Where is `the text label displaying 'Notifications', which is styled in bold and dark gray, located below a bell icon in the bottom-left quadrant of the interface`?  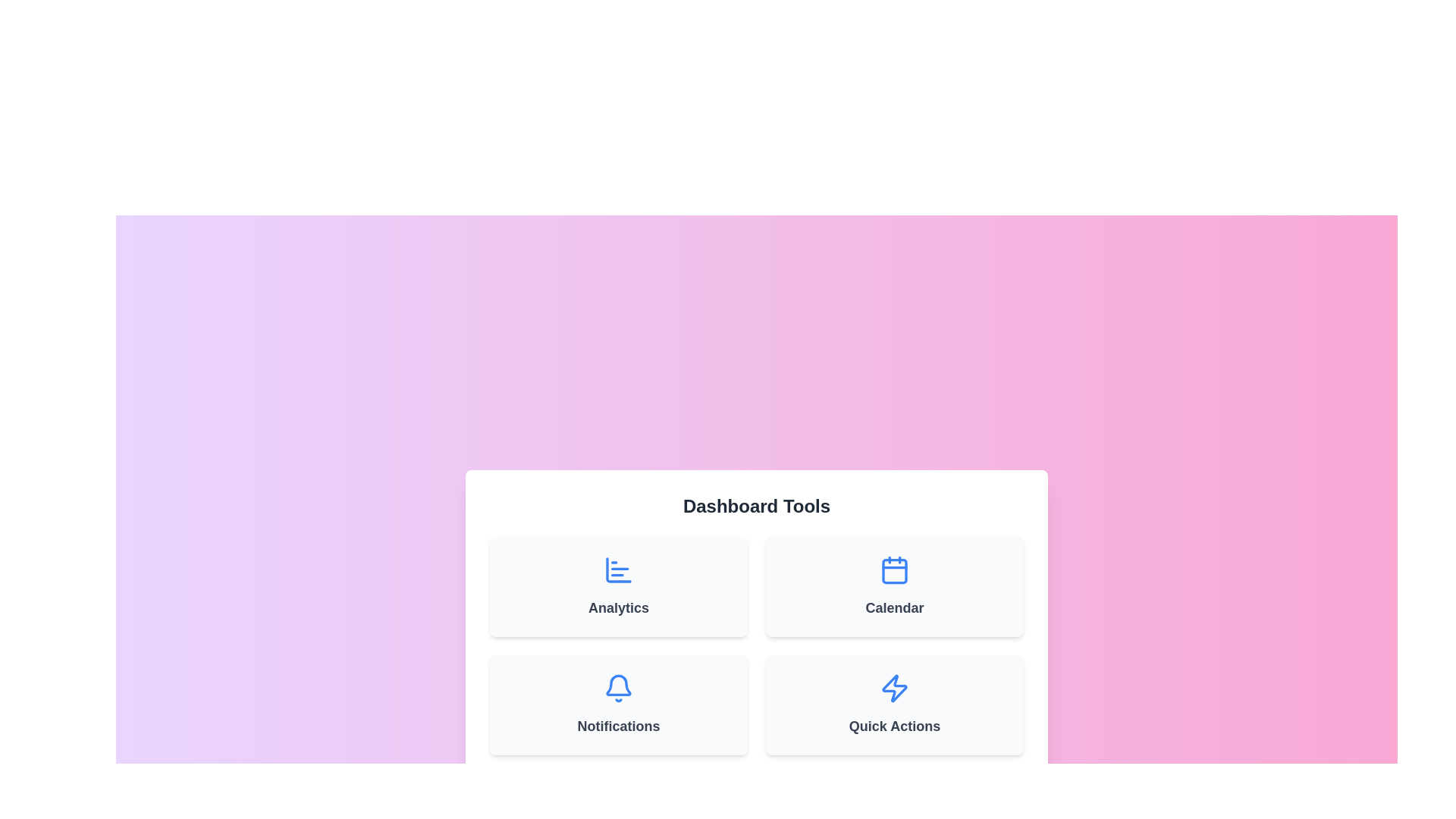
the text label displaying 'Notifications', which is styled in bold and dark gray, located below a bell icon in the bottom-left quadrant of the interface is located at coordinates (619, 725).